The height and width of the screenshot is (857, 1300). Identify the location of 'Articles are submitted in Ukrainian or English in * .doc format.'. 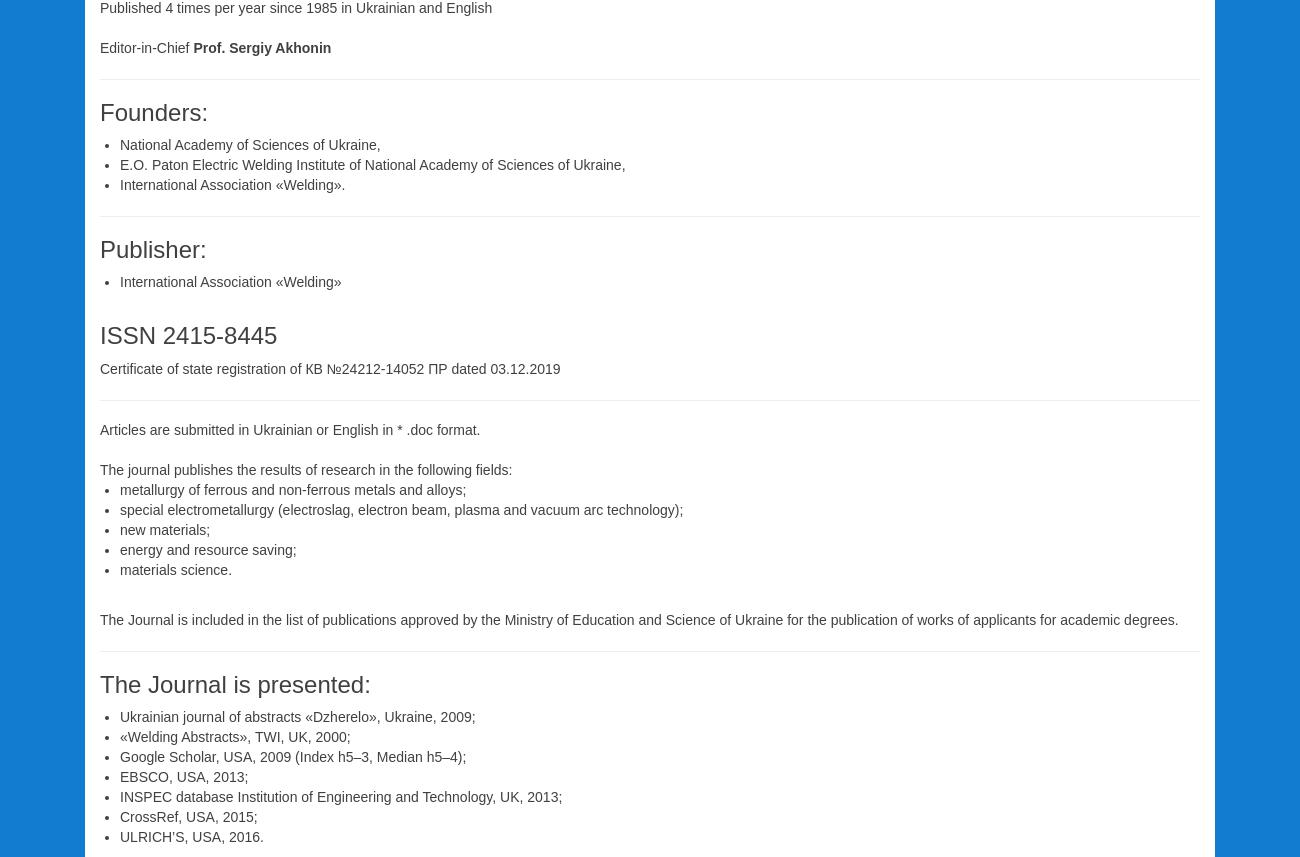
(290, 428).